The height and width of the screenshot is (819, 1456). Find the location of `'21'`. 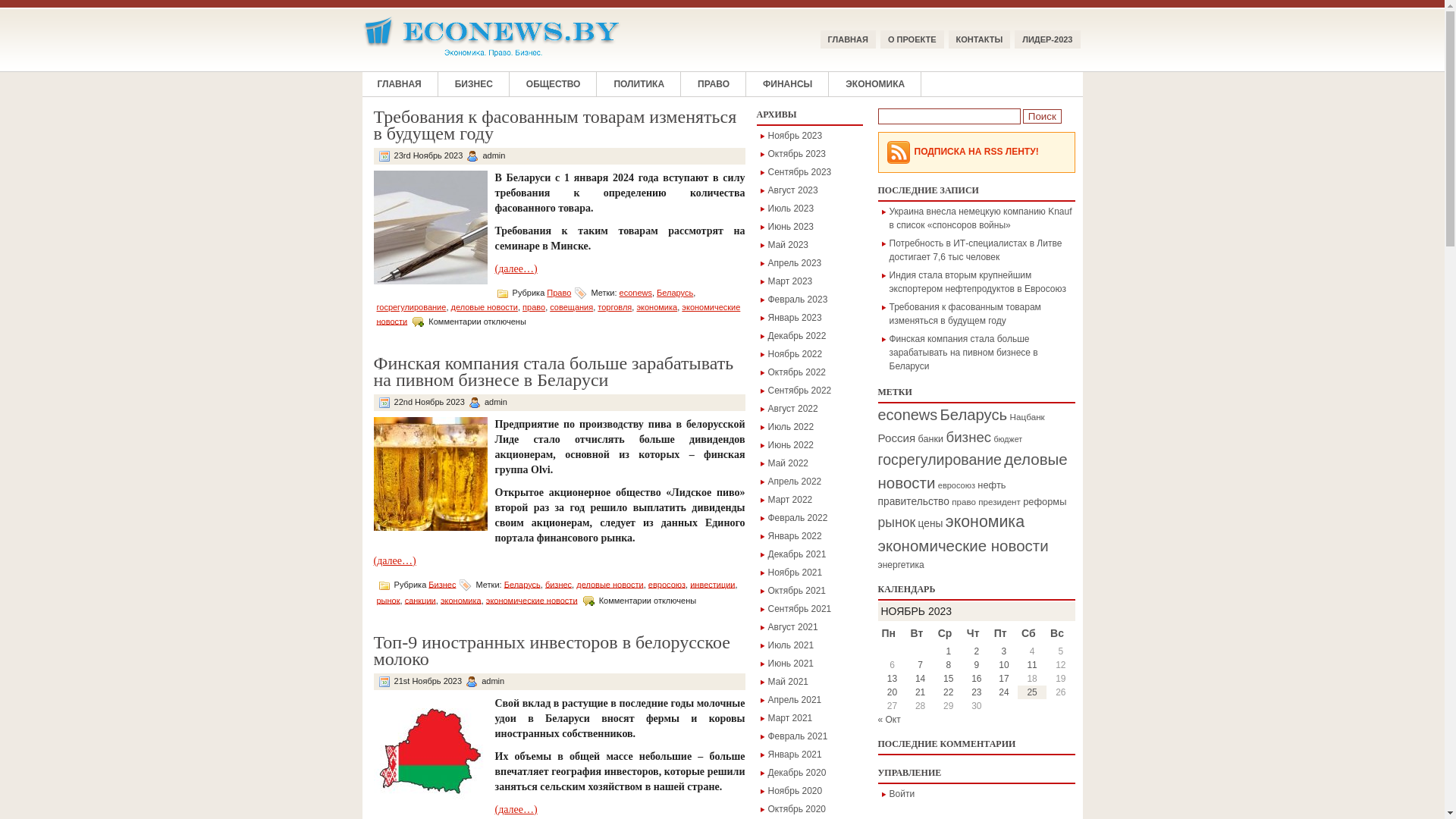

'21' is located at coordinates (919, 692).